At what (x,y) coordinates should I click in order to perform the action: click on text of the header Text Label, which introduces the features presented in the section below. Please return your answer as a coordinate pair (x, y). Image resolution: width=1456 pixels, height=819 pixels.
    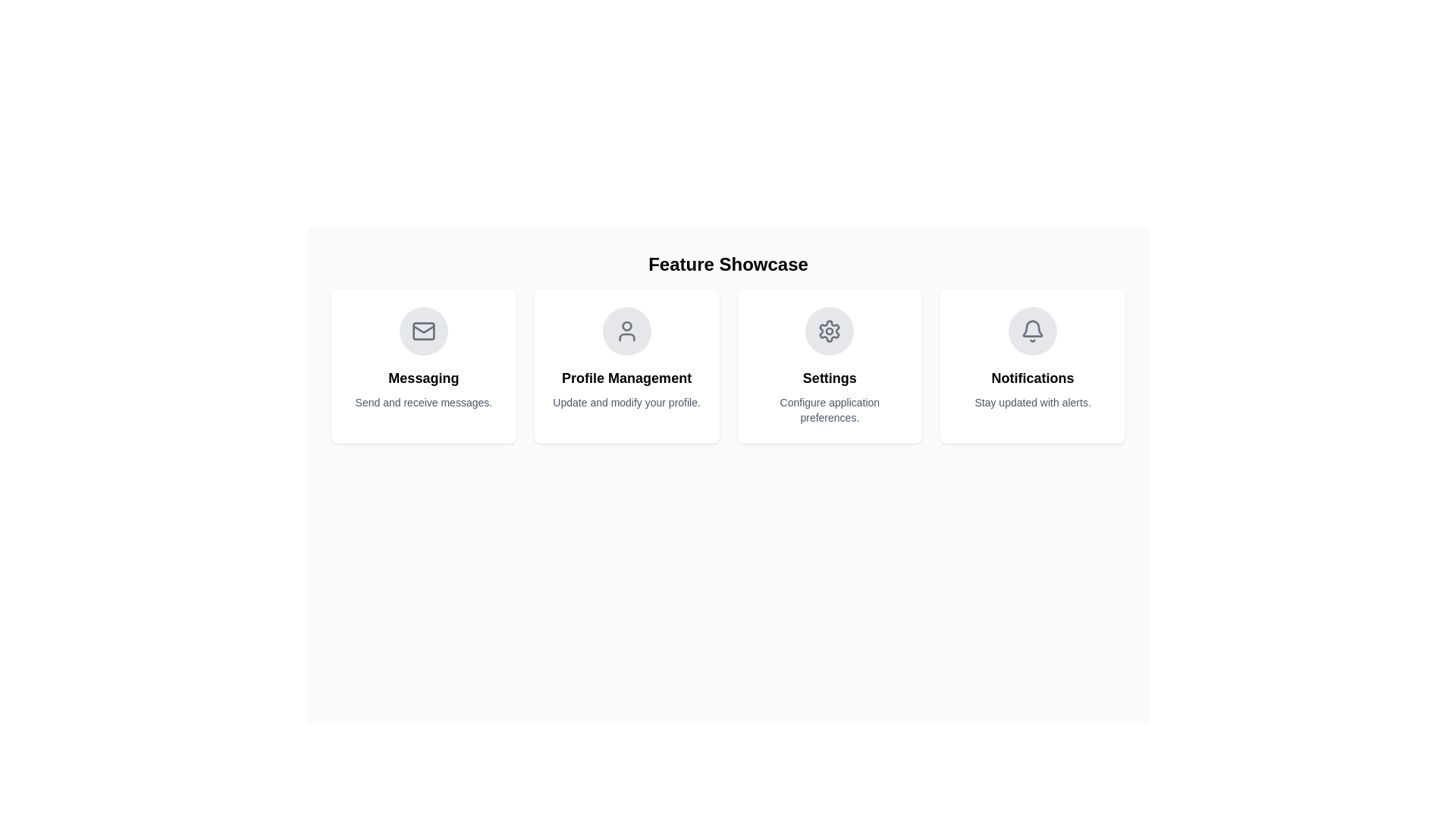
    Looking at the image, I should click on (728, 263).